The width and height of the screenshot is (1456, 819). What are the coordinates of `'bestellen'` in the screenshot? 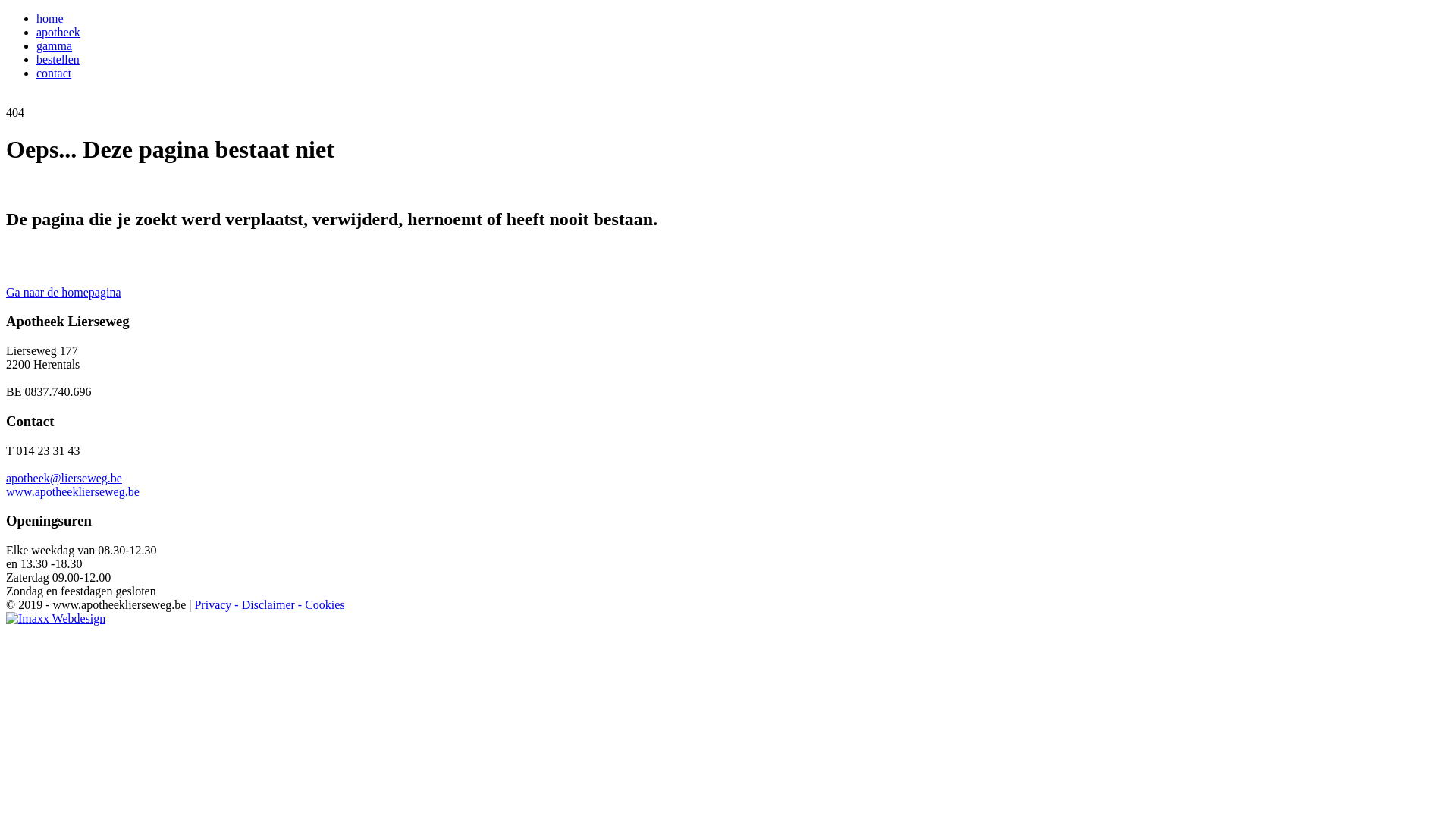 It's located at (58, 58).